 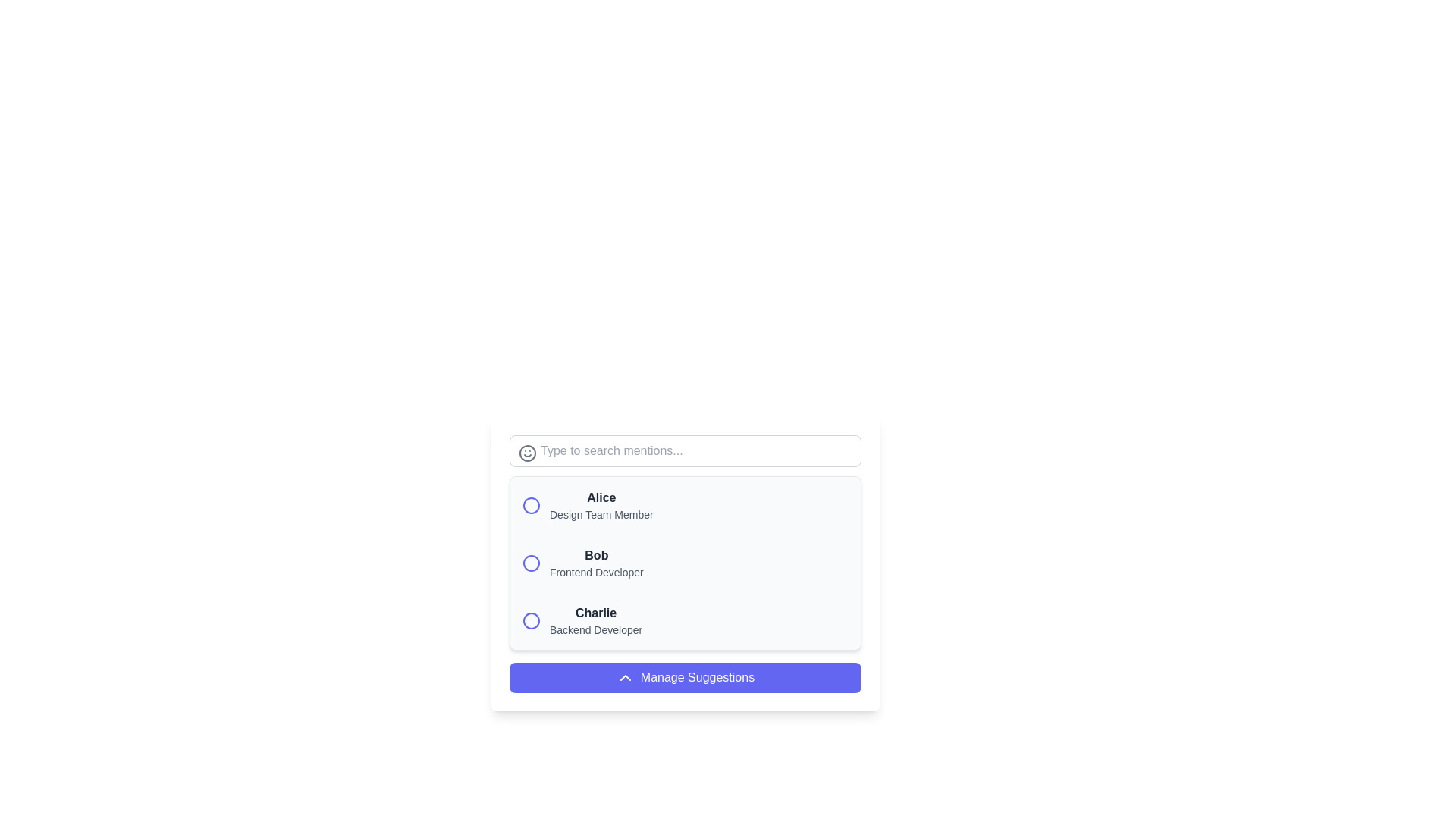 I want to click on the SVG Circle with a diameter of 20 units, located to the left of the text 'Alice Design Team Member', centered vertically with respect to the text, so click(x=531, y=506).